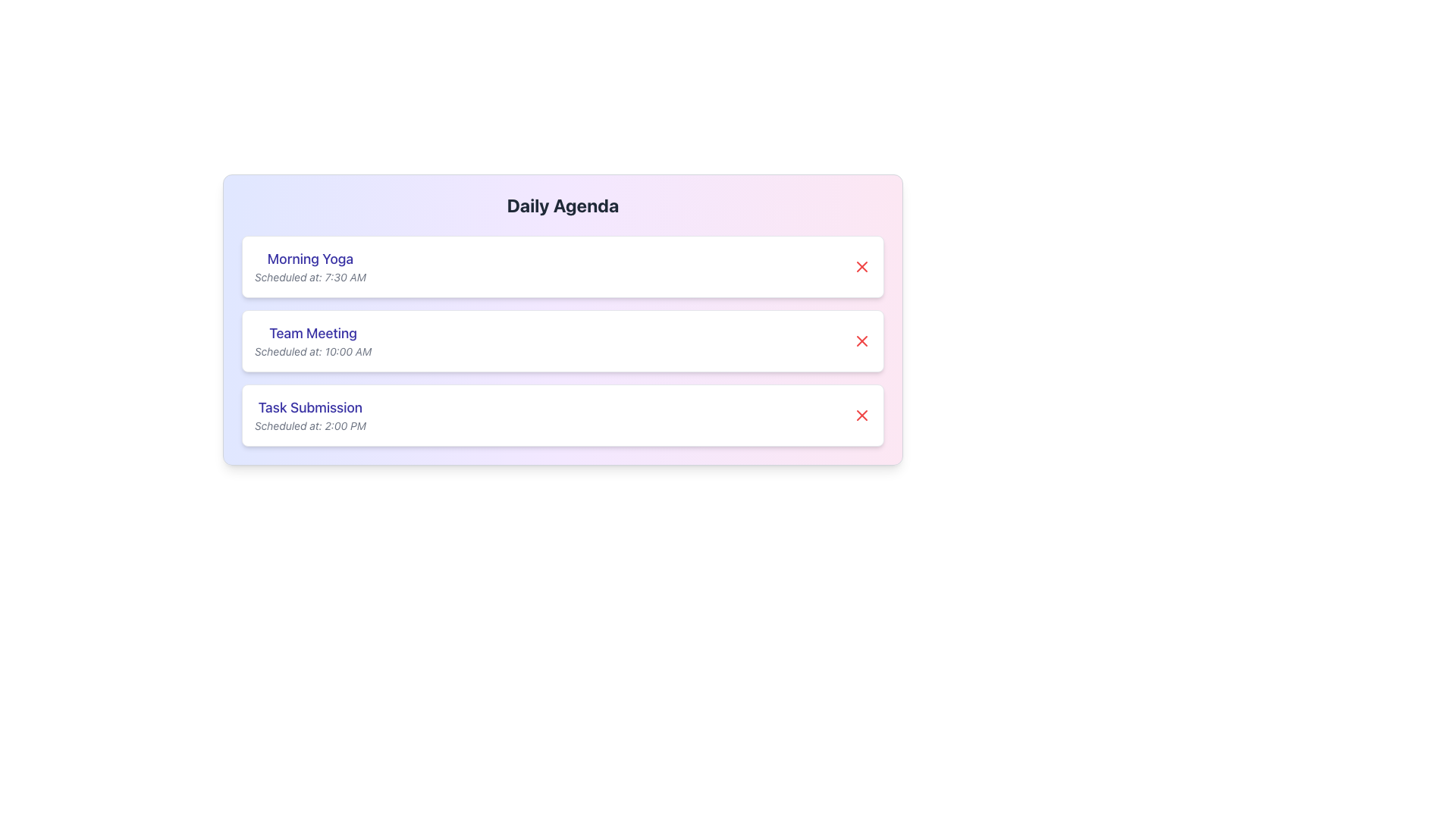  Describe the element at coordinates (312, 351) in the screenshot. I see `the Text Label that displays 'Scheduled at: 10:00 AM', which is positioned below the 'Team Meeting' text in the agenda list` at that location.